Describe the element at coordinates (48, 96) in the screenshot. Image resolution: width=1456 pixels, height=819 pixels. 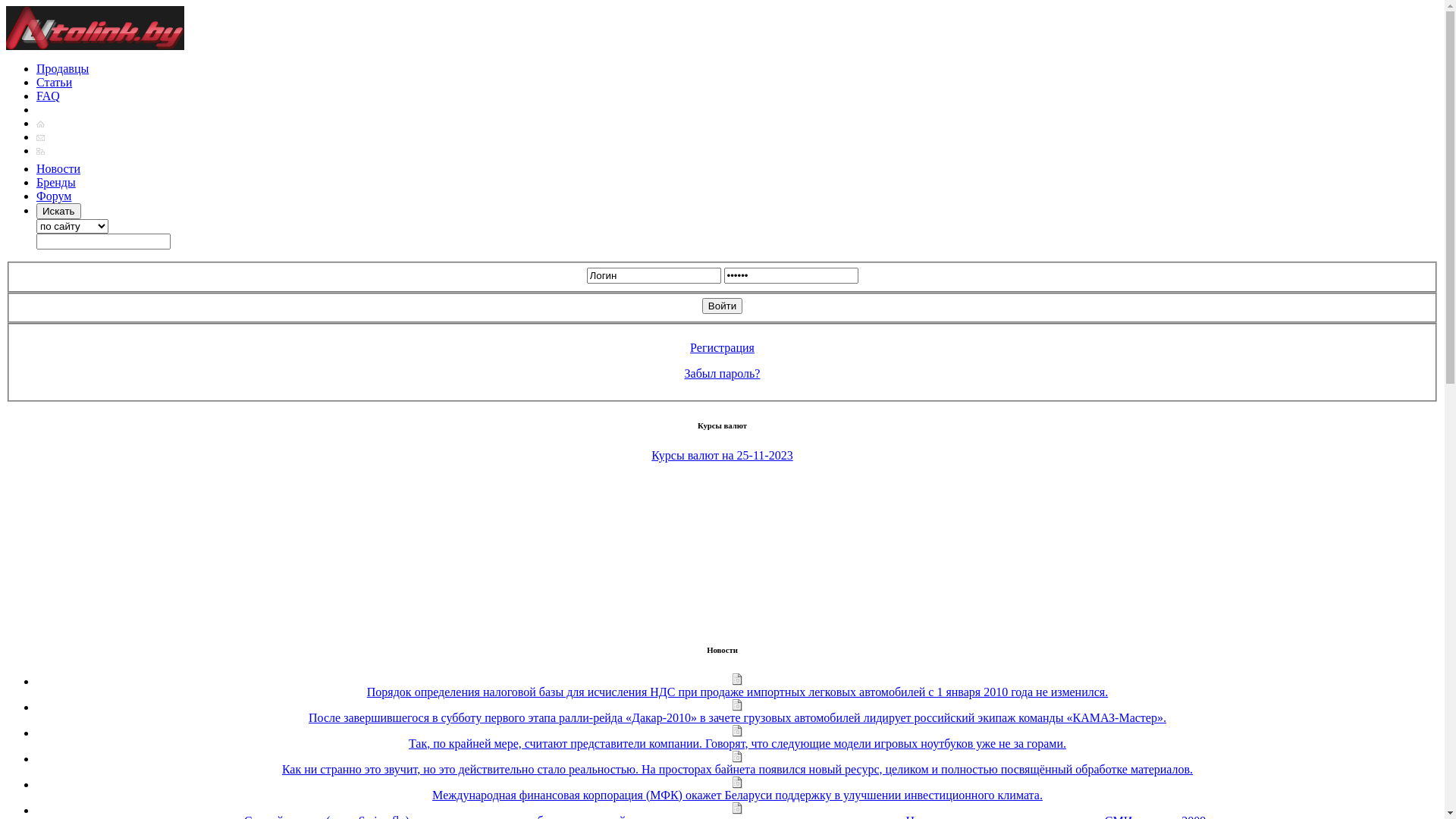
I see `'FAQ'` at that location.